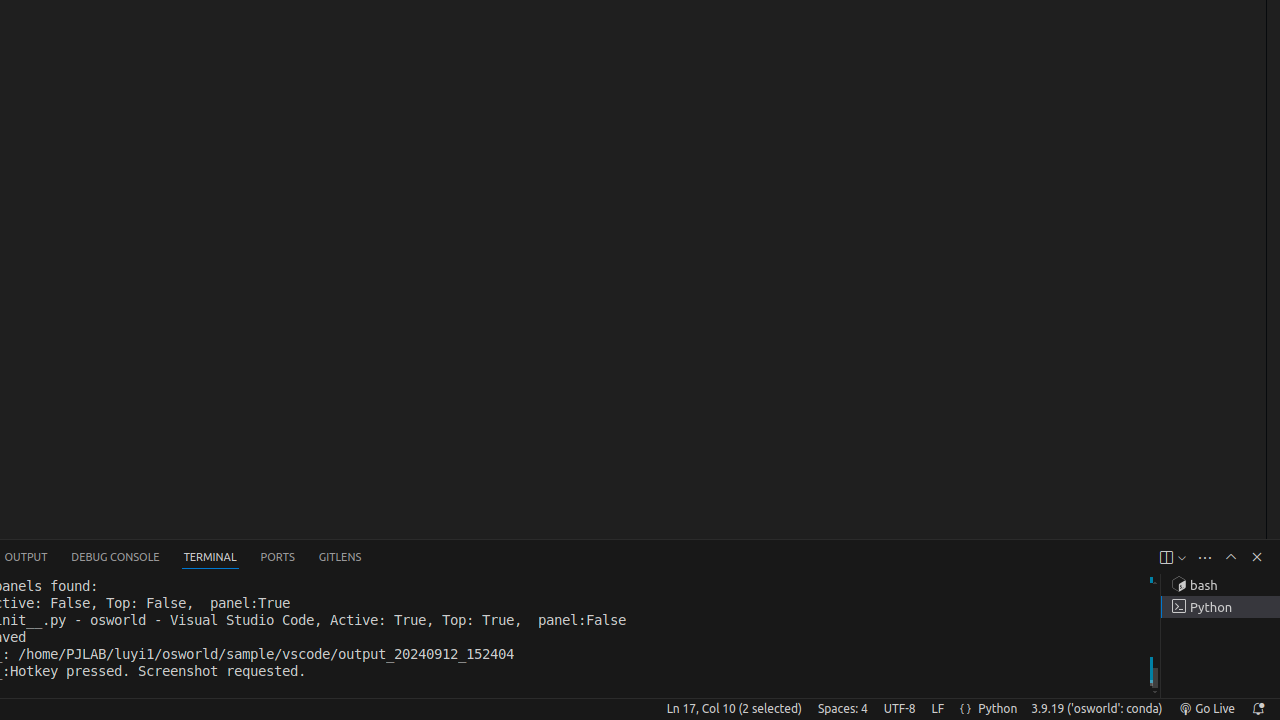 This screenshot has height=720, width=1280. Describe the element at coordinates (1219, 606) in the screenshot. I see `'Terminal 5 Python'` at that location.